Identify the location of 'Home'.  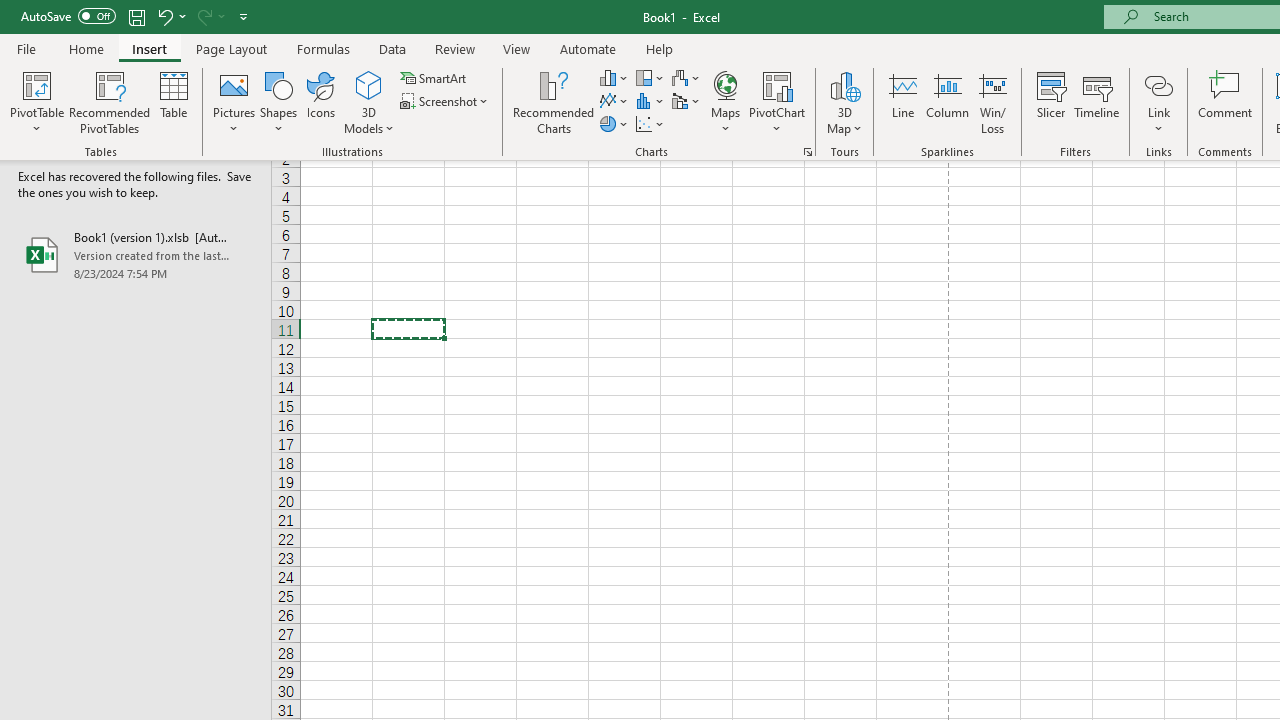
(85, 48).